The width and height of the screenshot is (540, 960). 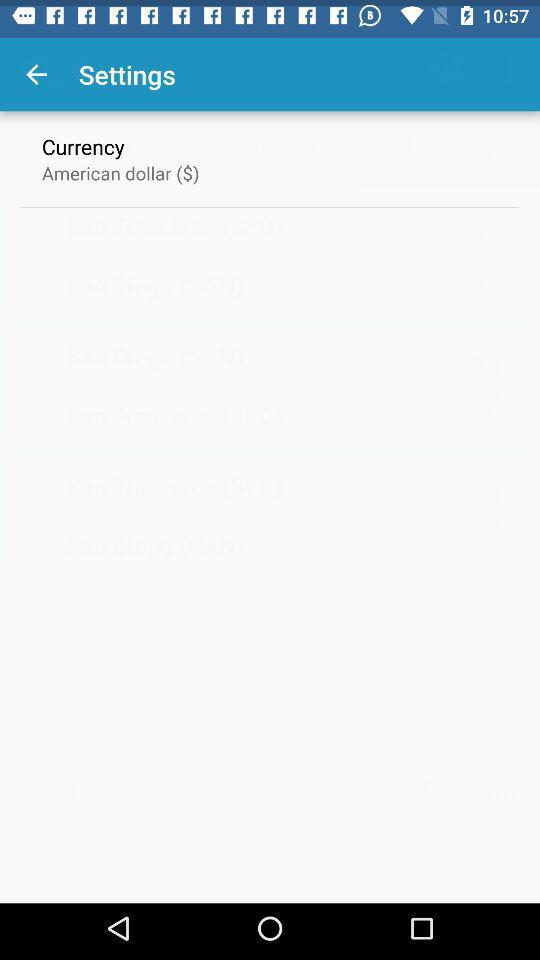 I want to click on the item above currency item, so click(x=36, y=68).